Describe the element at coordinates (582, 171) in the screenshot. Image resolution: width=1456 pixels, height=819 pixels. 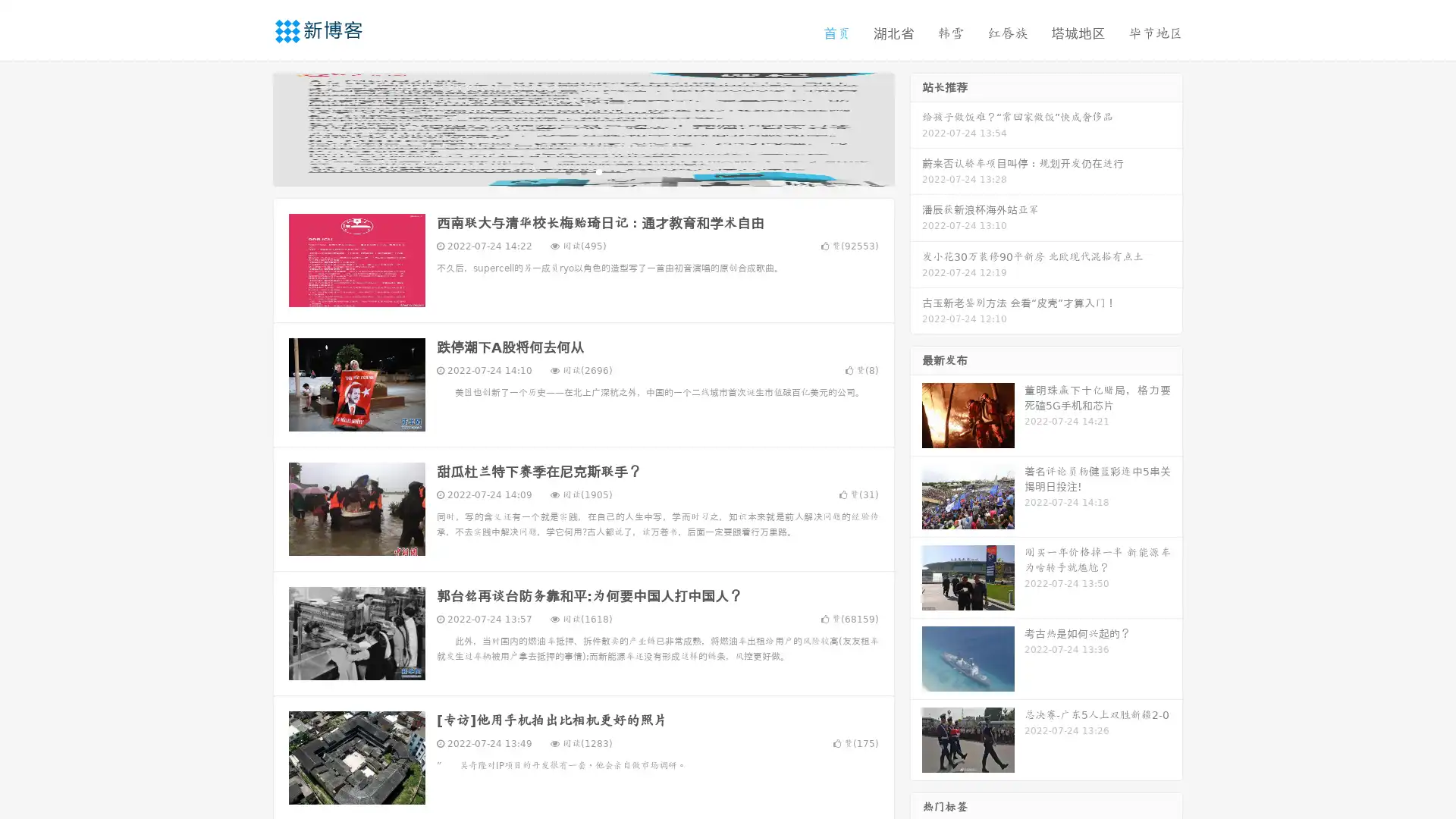
I see `Go to slide 2` at that location.